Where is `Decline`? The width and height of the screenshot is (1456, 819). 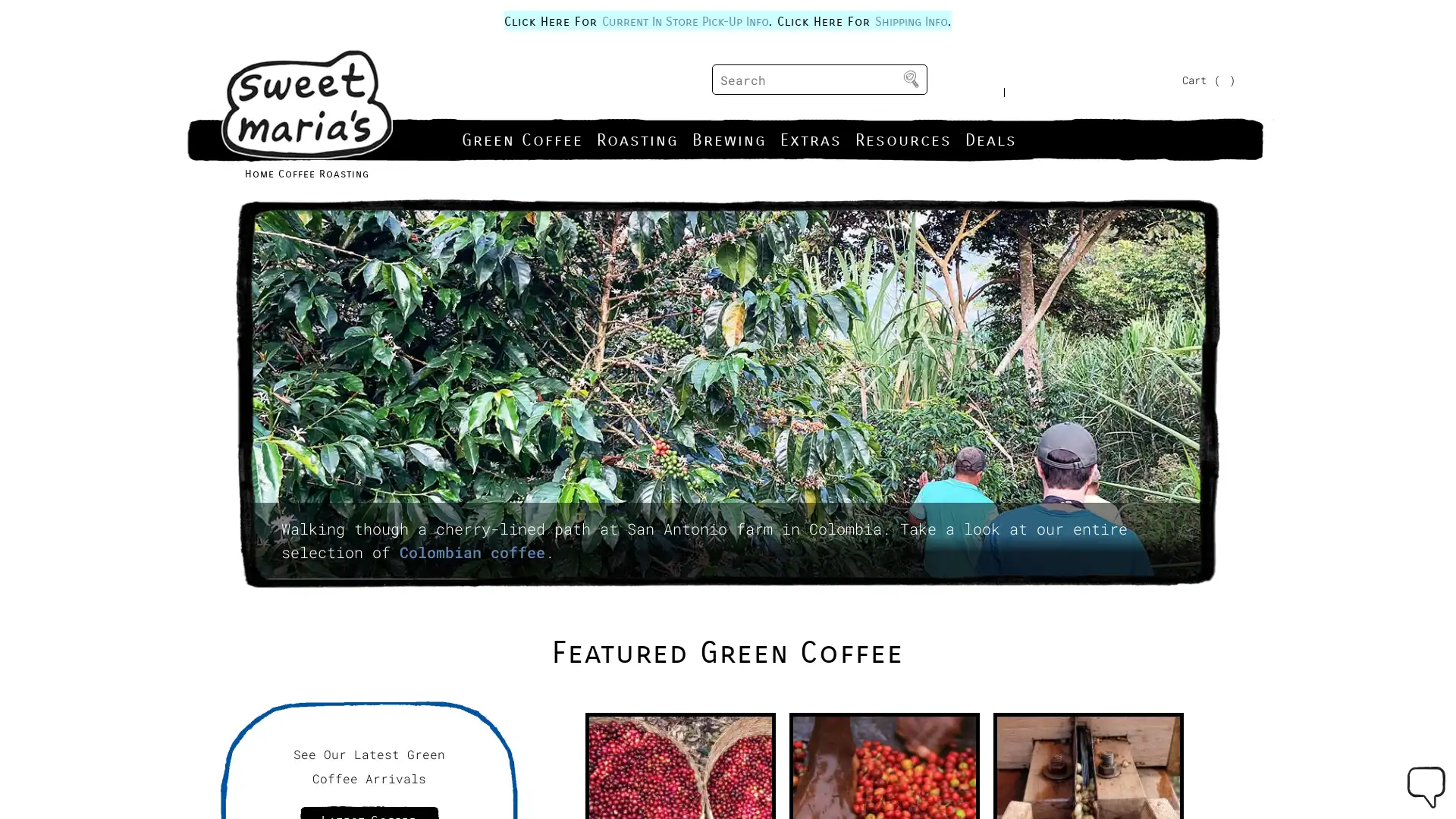
Decline is located at coordinates (441, 792).